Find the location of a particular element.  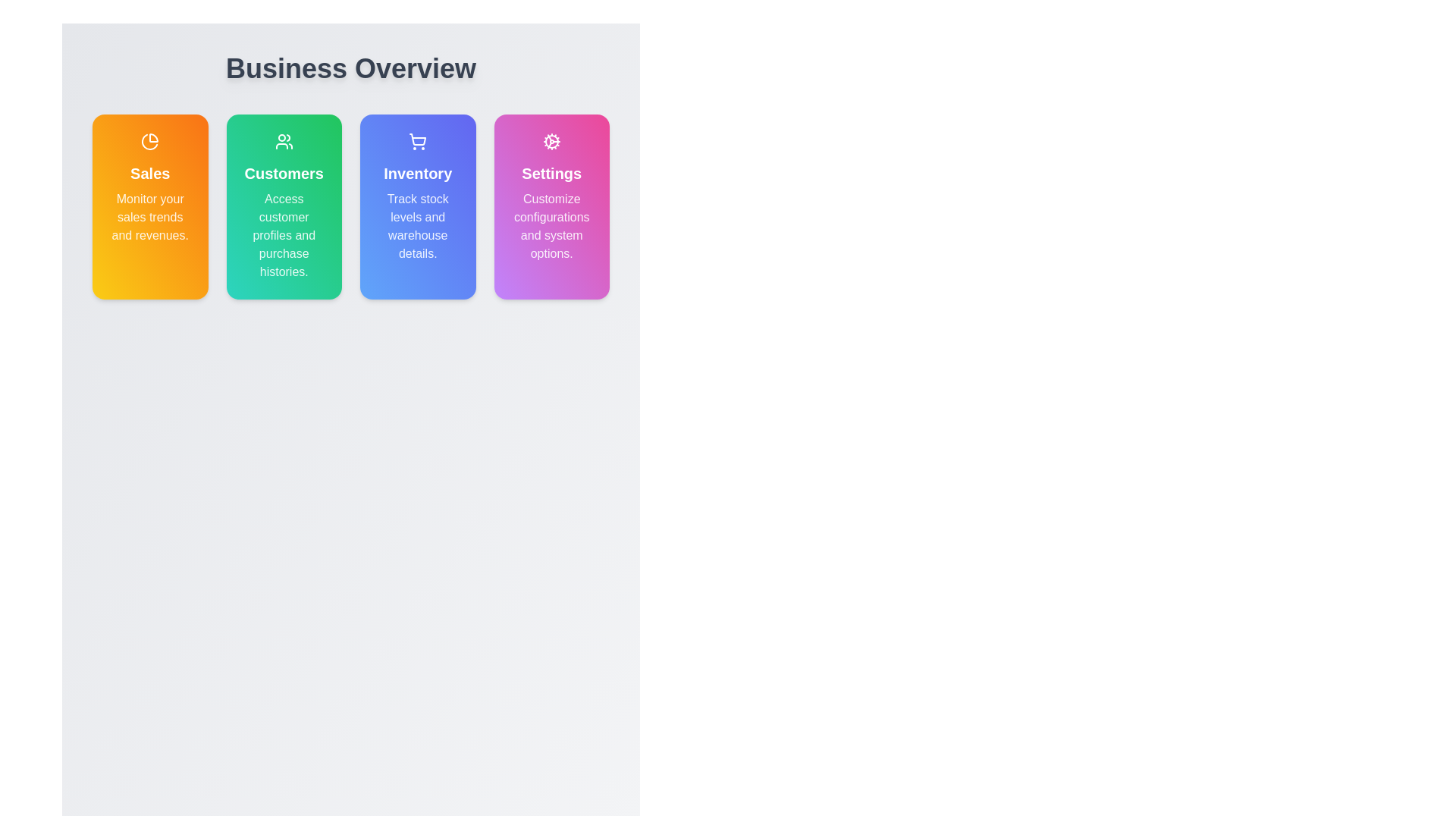

the text block within the green card interface labeled 'Customers', which displays a title in bold white font and a description below it is located at coordinates (284, 207).